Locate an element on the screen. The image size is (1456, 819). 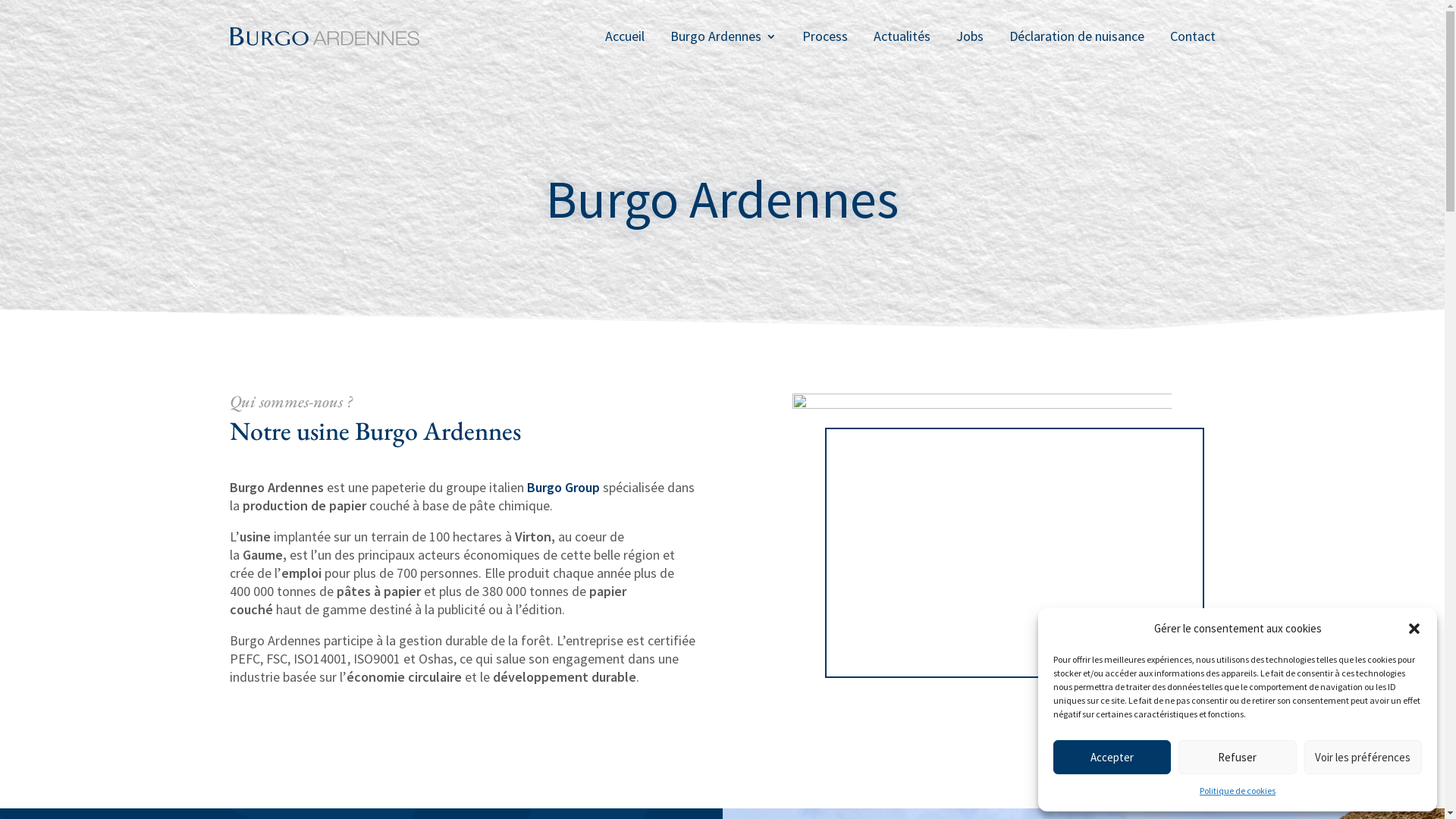
'Refuser' is located at coordinates (1237, 757).